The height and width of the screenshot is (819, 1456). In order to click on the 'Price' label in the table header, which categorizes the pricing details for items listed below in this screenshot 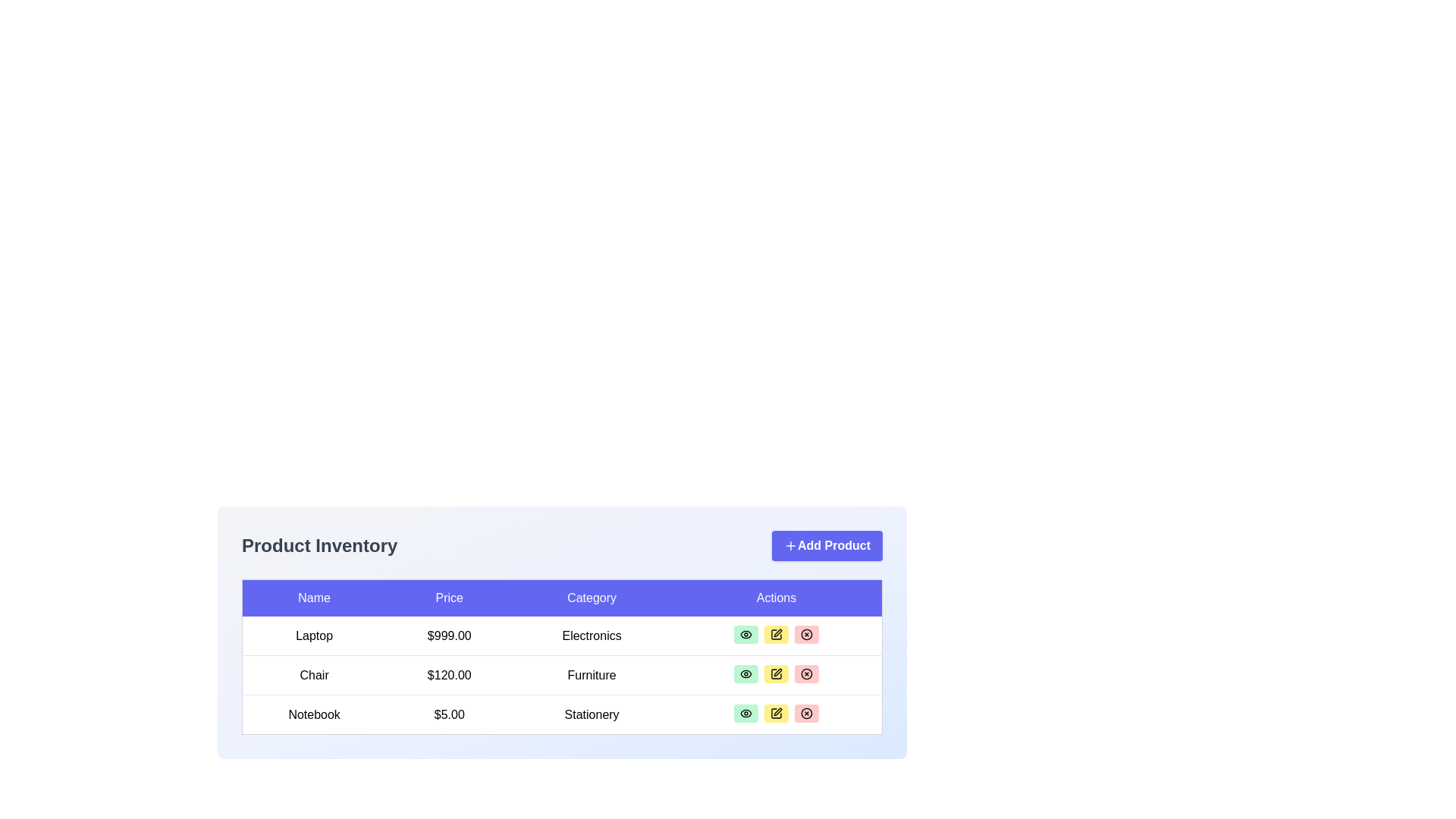, I will do `click(448, 597)`.